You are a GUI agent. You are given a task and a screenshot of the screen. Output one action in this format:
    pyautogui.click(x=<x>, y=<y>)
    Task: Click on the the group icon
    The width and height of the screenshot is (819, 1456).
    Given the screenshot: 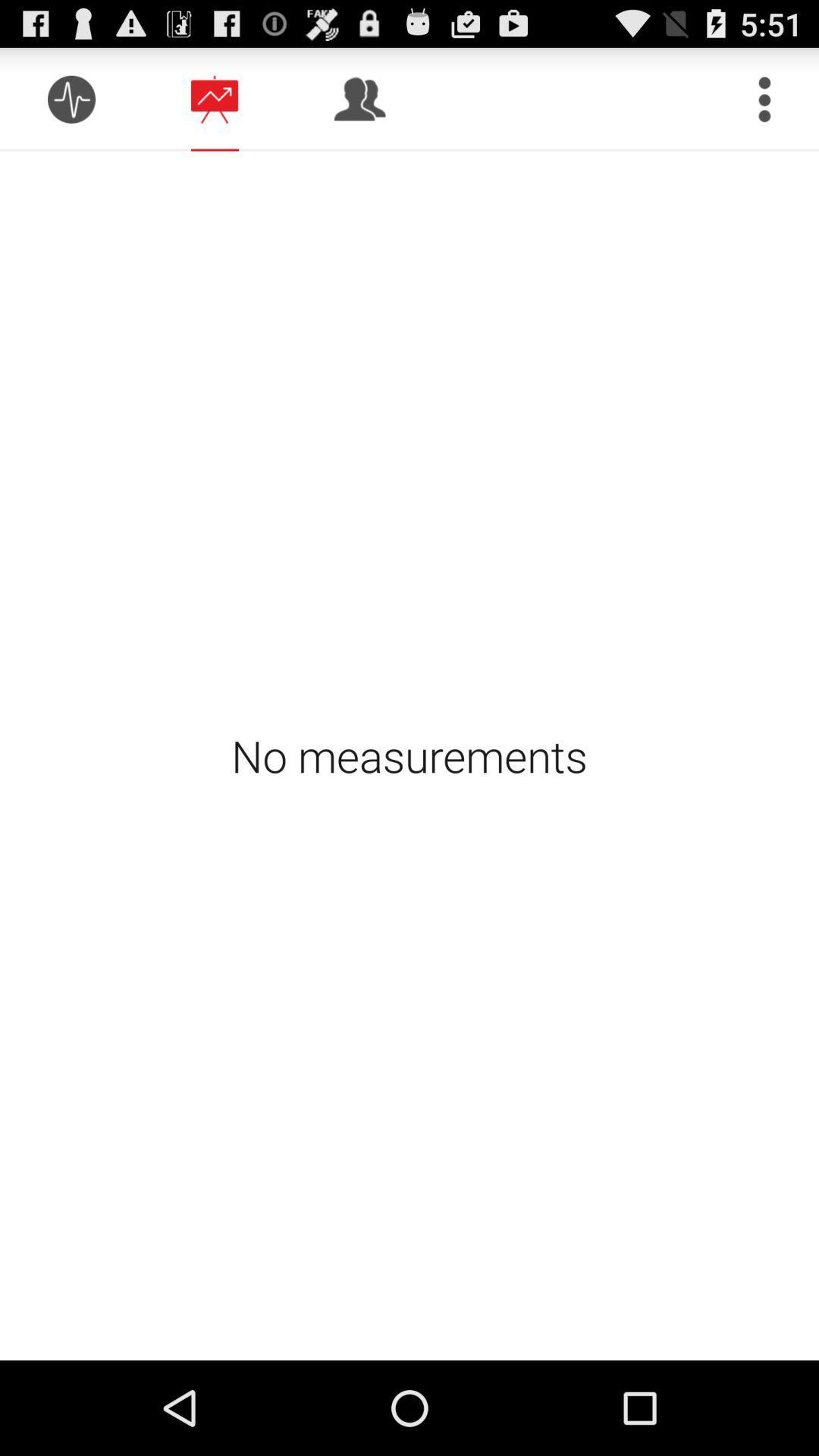 What is the action you would take?
    pyautogui.click(x=359, y=105)
    